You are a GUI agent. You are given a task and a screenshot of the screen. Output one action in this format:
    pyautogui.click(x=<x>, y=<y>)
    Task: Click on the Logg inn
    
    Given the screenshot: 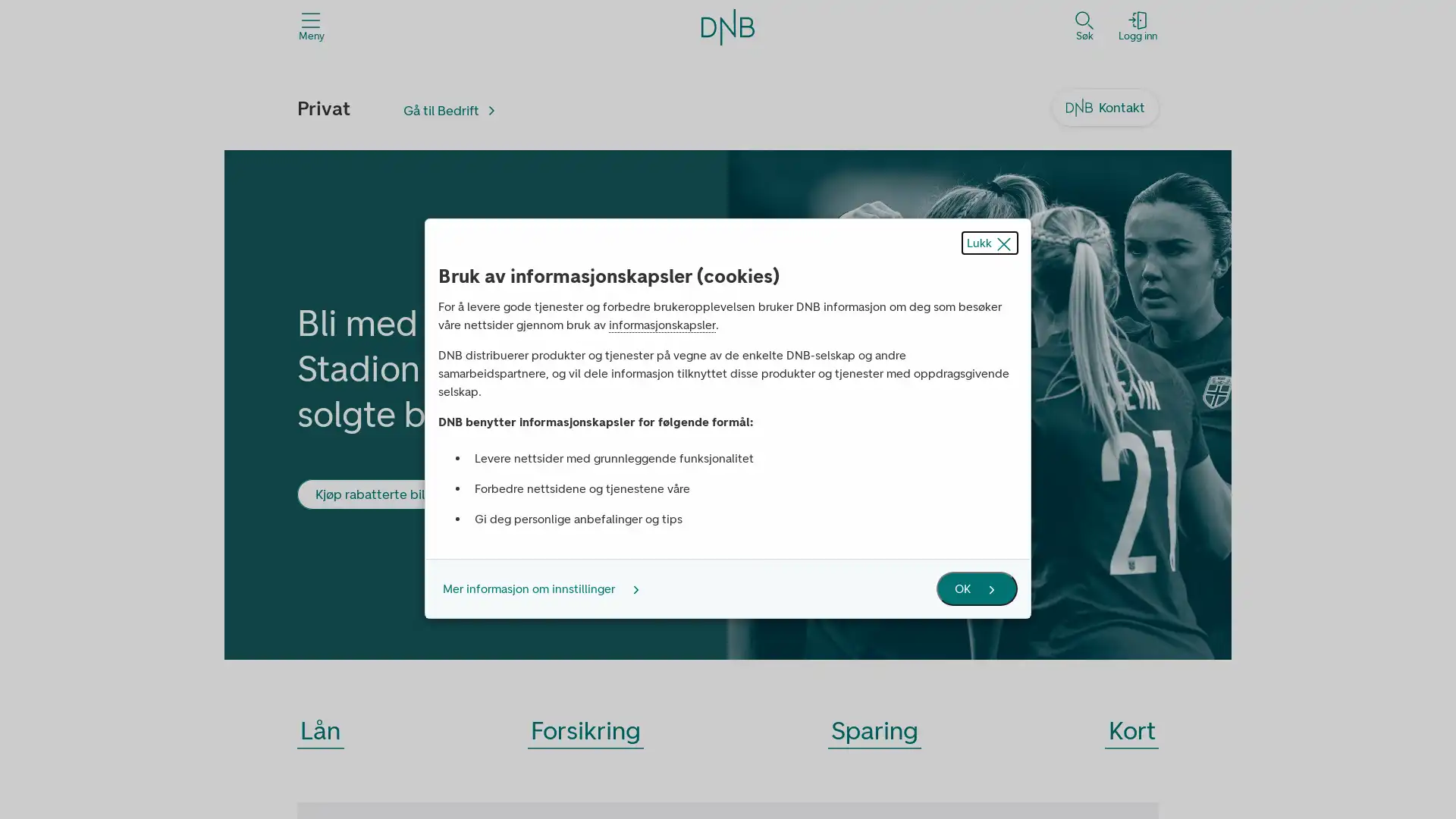 What is the action you would take?
    pyautogui.click(x=1137, y=26)
    